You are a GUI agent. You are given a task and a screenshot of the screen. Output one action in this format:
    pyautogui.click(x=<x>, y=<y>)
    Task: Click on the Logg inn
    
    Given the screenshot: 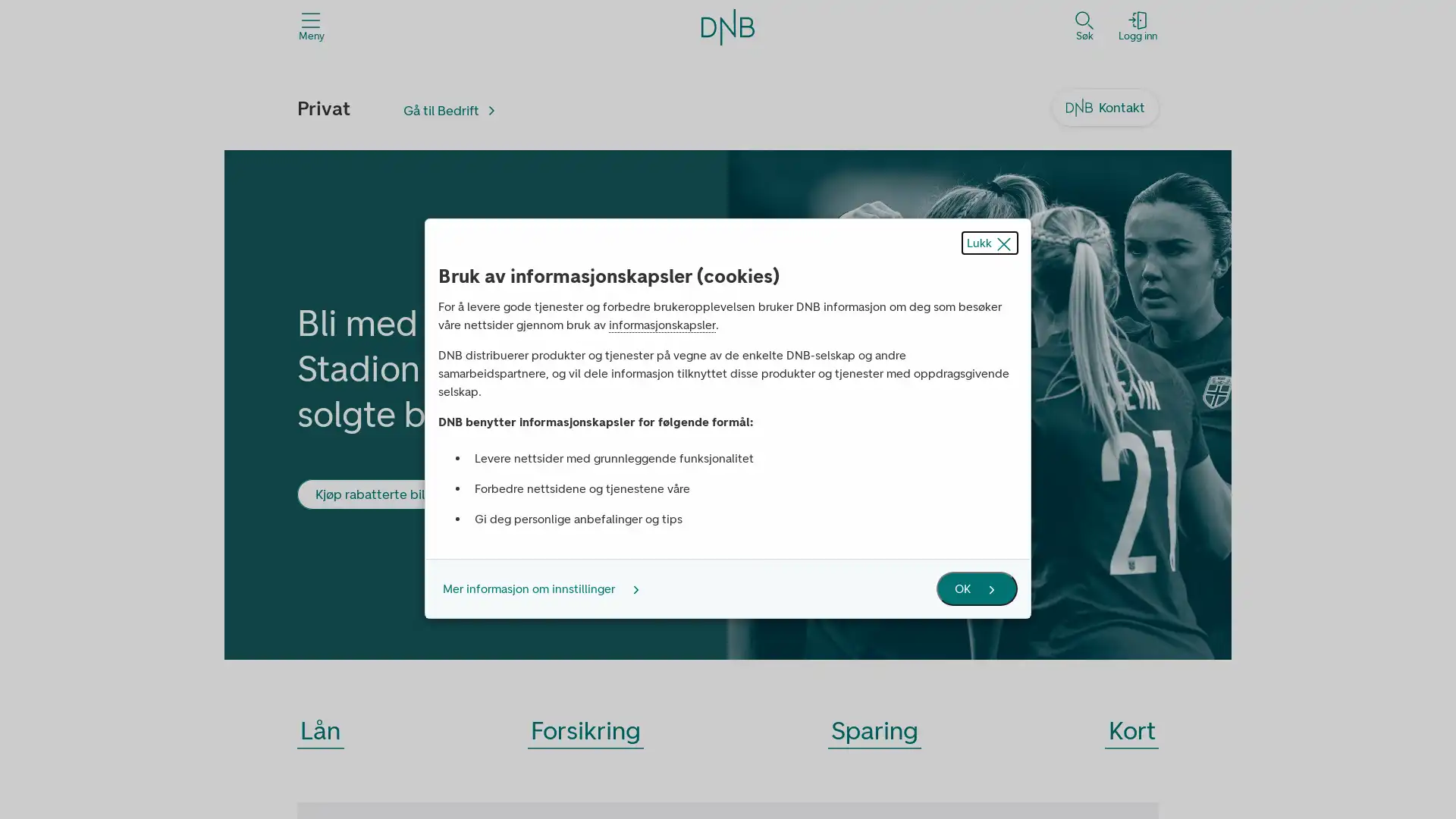 What is the action you would take?
    pyautogui.click(x=1137, y=26)
    